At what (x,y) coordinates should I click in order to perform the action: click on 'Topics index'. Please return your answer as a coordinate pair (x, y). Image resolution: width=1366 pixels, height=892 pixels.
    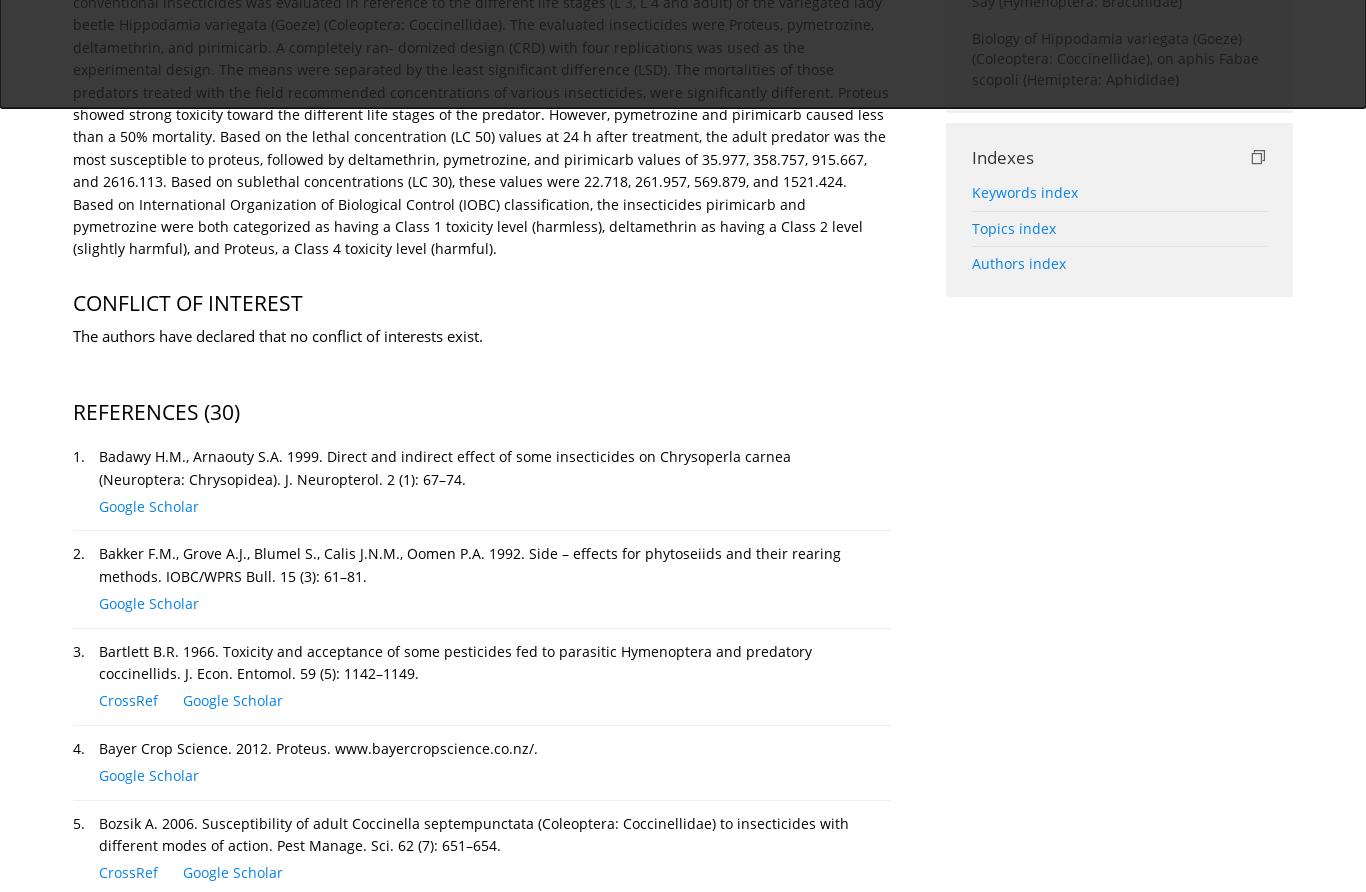
    Looking at the image, I should click on (1013, 227).